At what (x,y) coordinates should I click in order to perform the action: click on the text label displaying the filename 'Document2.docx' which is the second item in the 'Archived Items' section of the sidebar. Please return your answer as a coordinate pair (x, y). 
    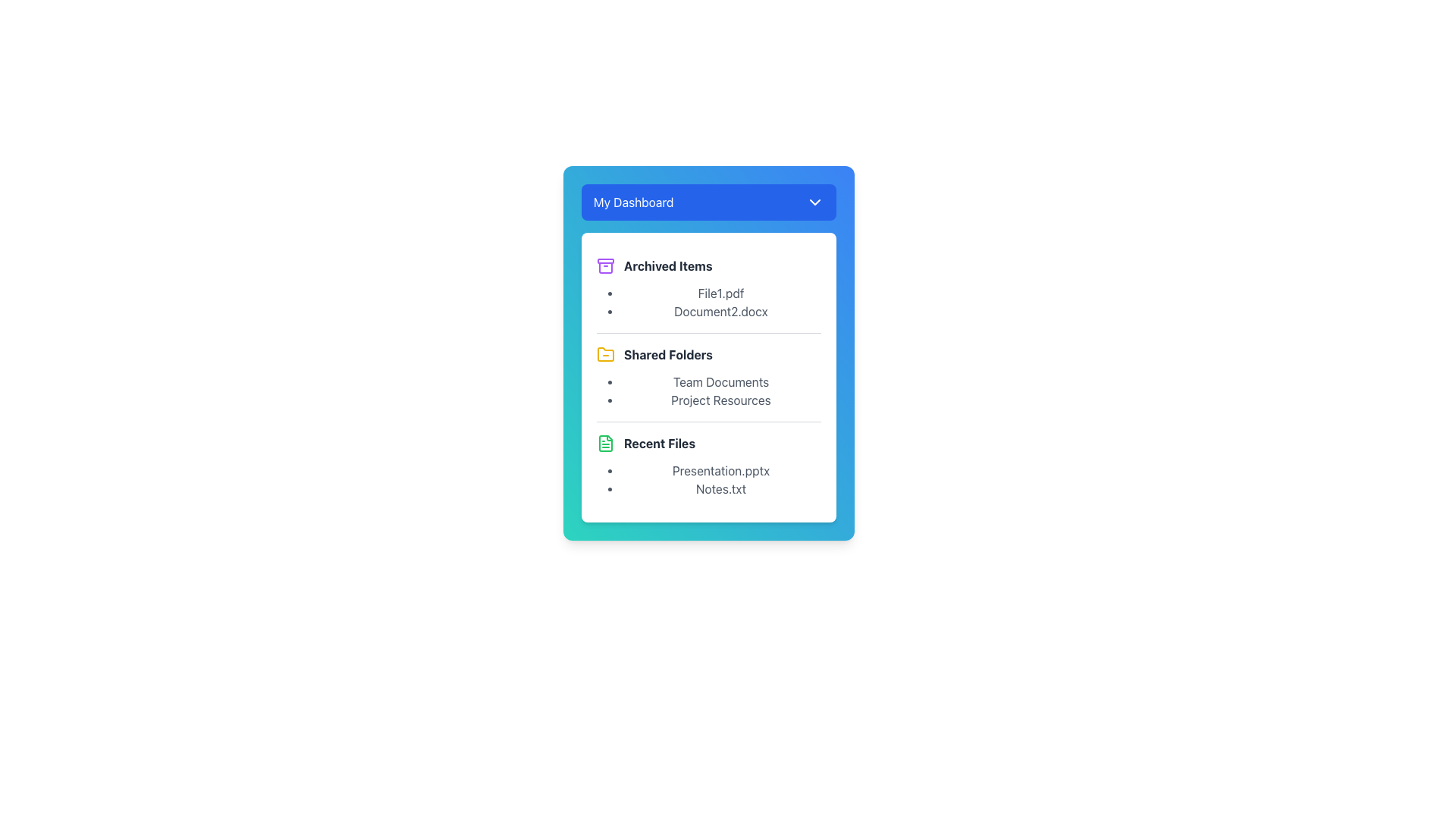
    Looking at the image, I should click on (720, 311).